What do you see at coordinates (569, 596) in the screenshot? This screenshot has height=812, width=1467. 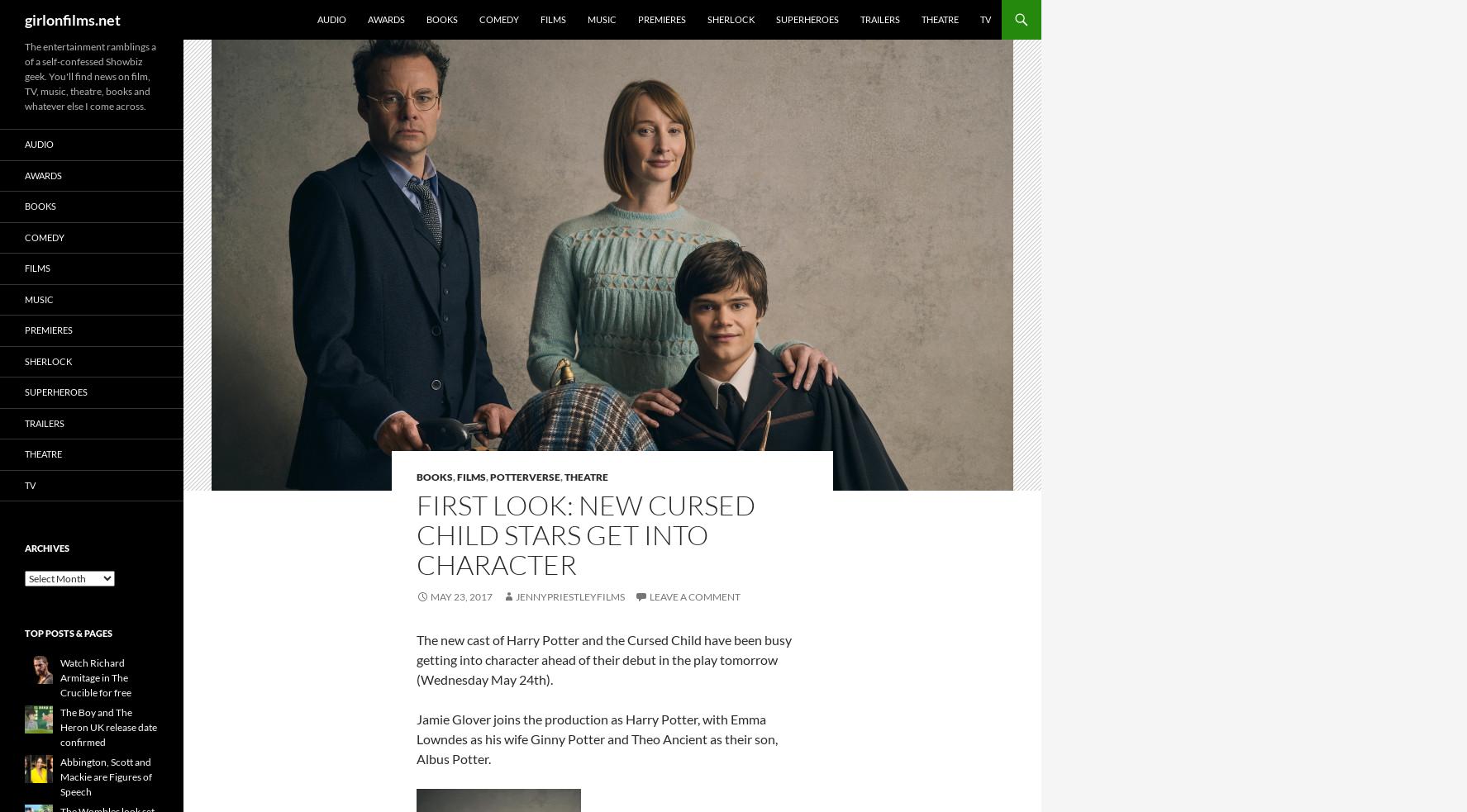 I see `'jennypriestleyfilms'` at bounding box center [569, 596].